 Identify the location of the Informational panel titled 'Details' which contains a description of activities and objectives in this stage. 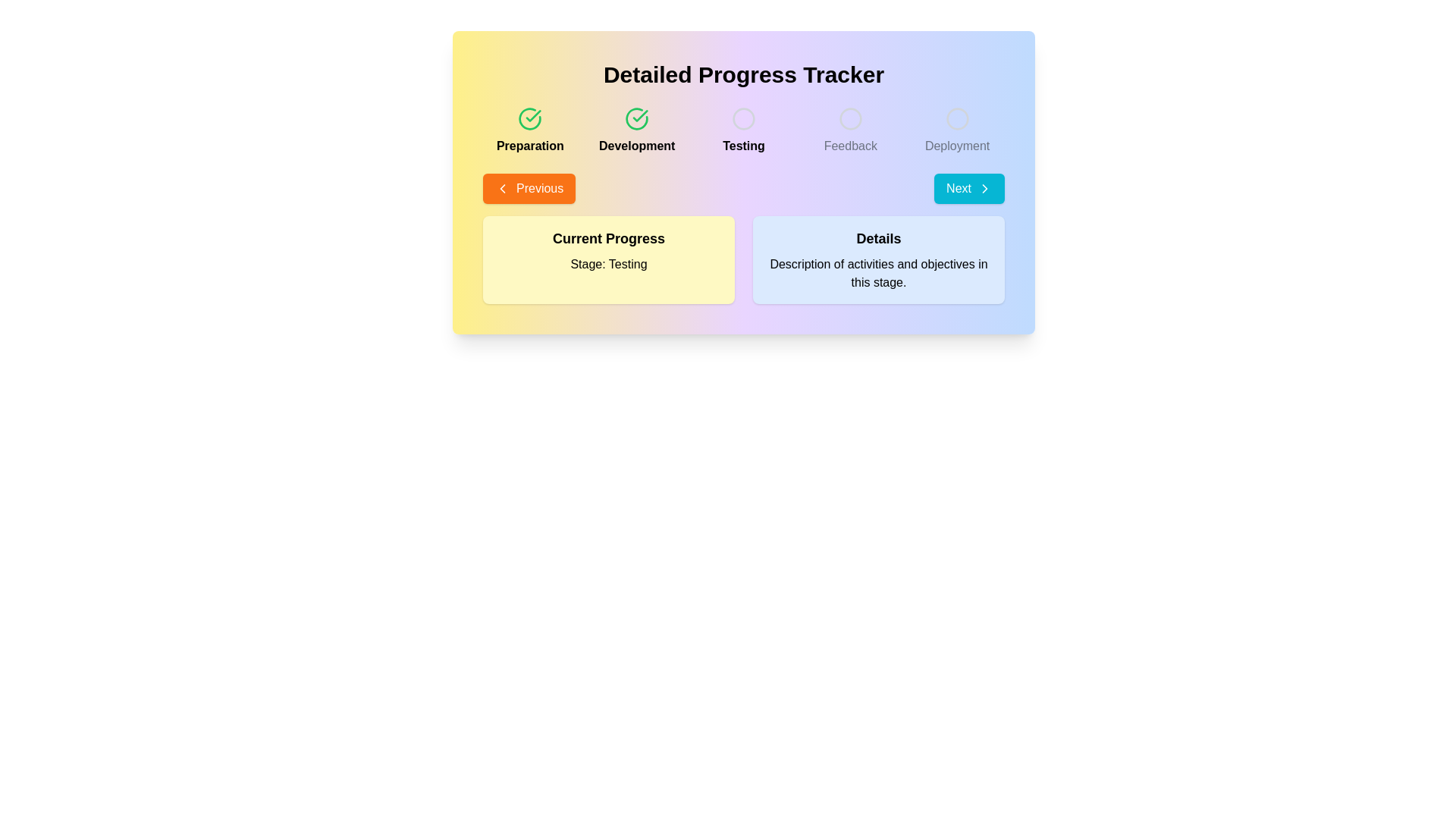
(878, 259).